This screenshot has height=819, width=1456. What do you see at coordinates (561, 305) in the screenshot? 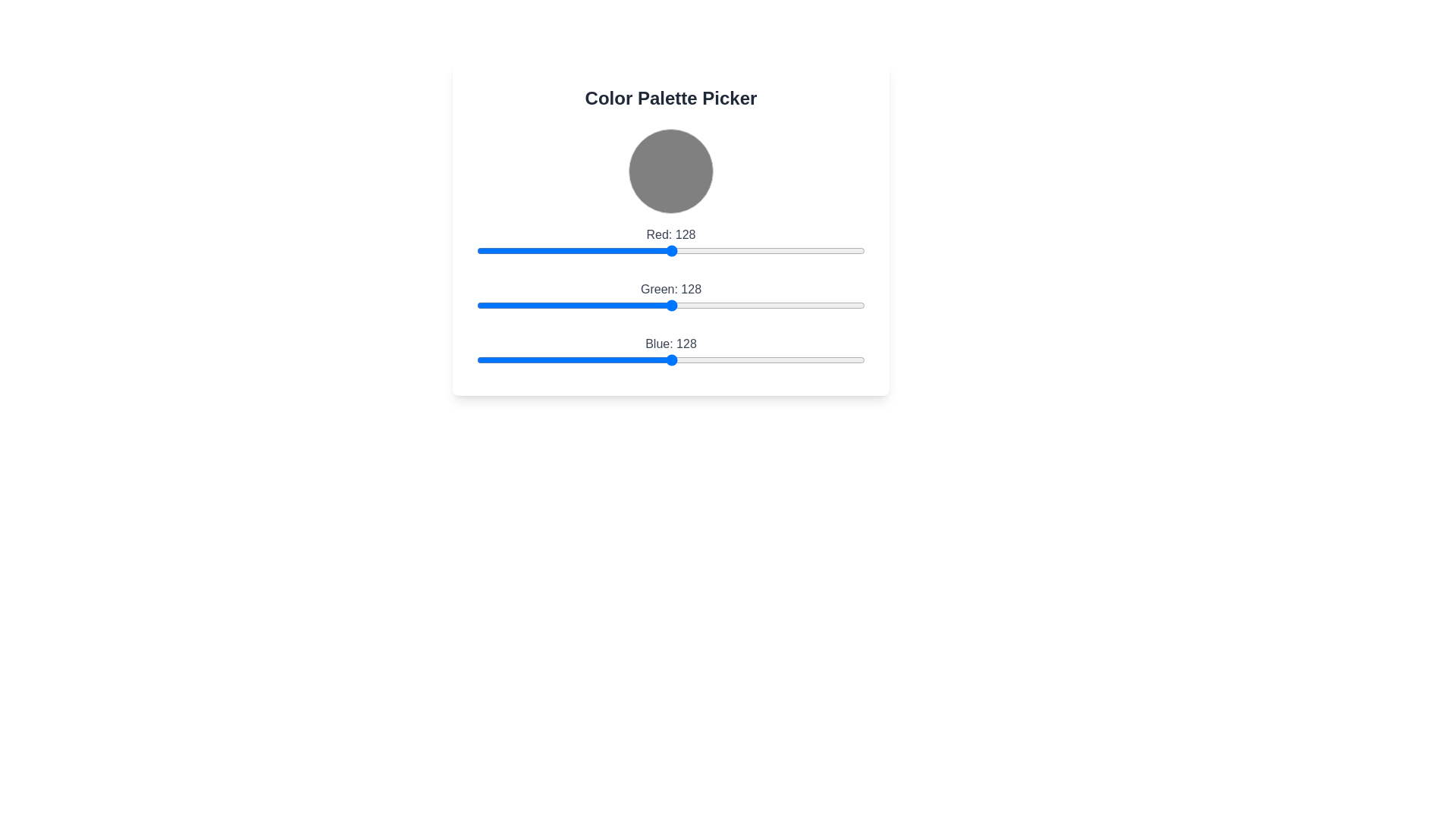
I see `the green value` at bounding box center [561, 305].